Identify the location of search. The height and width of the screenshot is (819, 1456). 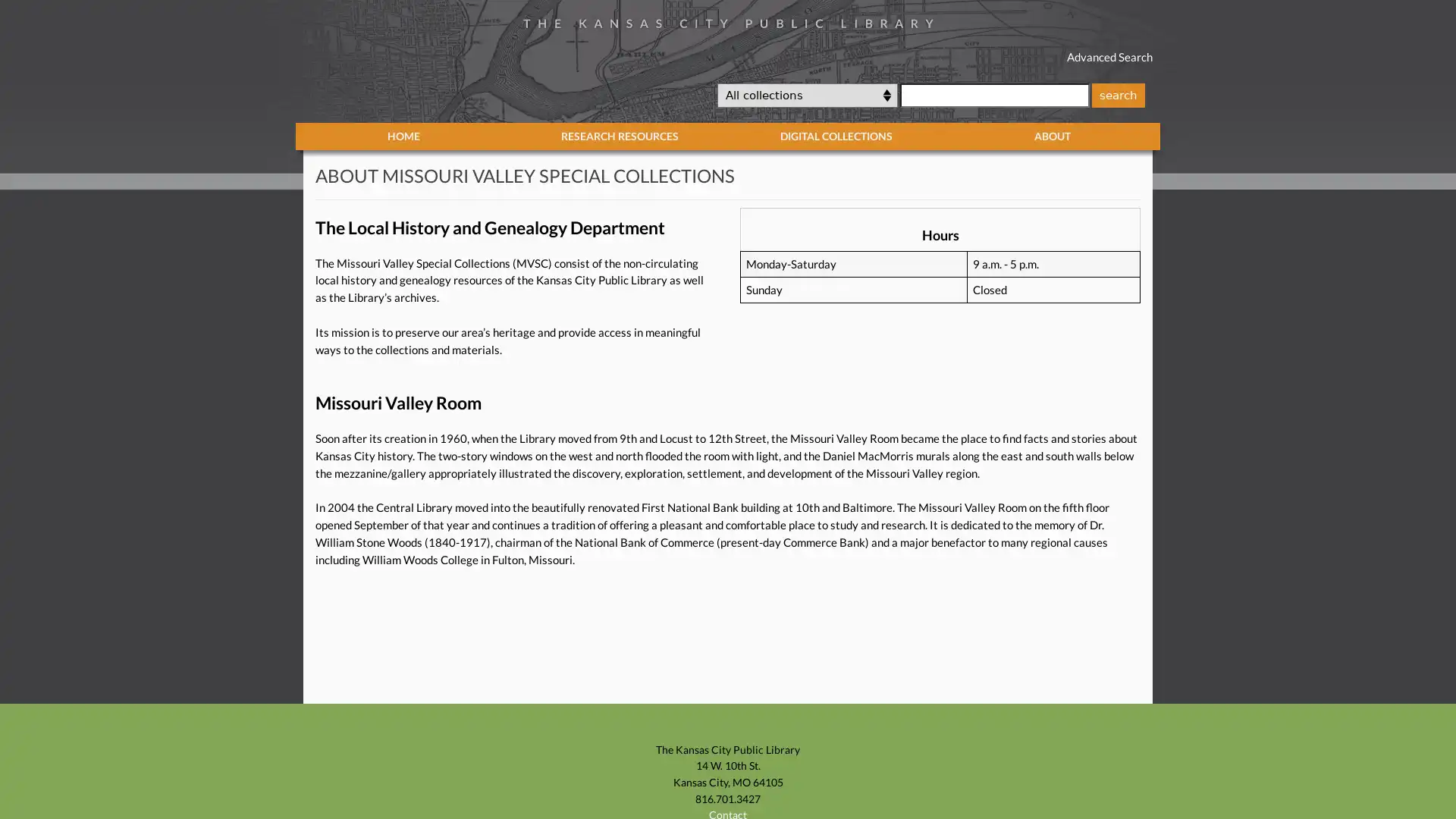
(1117, 94).